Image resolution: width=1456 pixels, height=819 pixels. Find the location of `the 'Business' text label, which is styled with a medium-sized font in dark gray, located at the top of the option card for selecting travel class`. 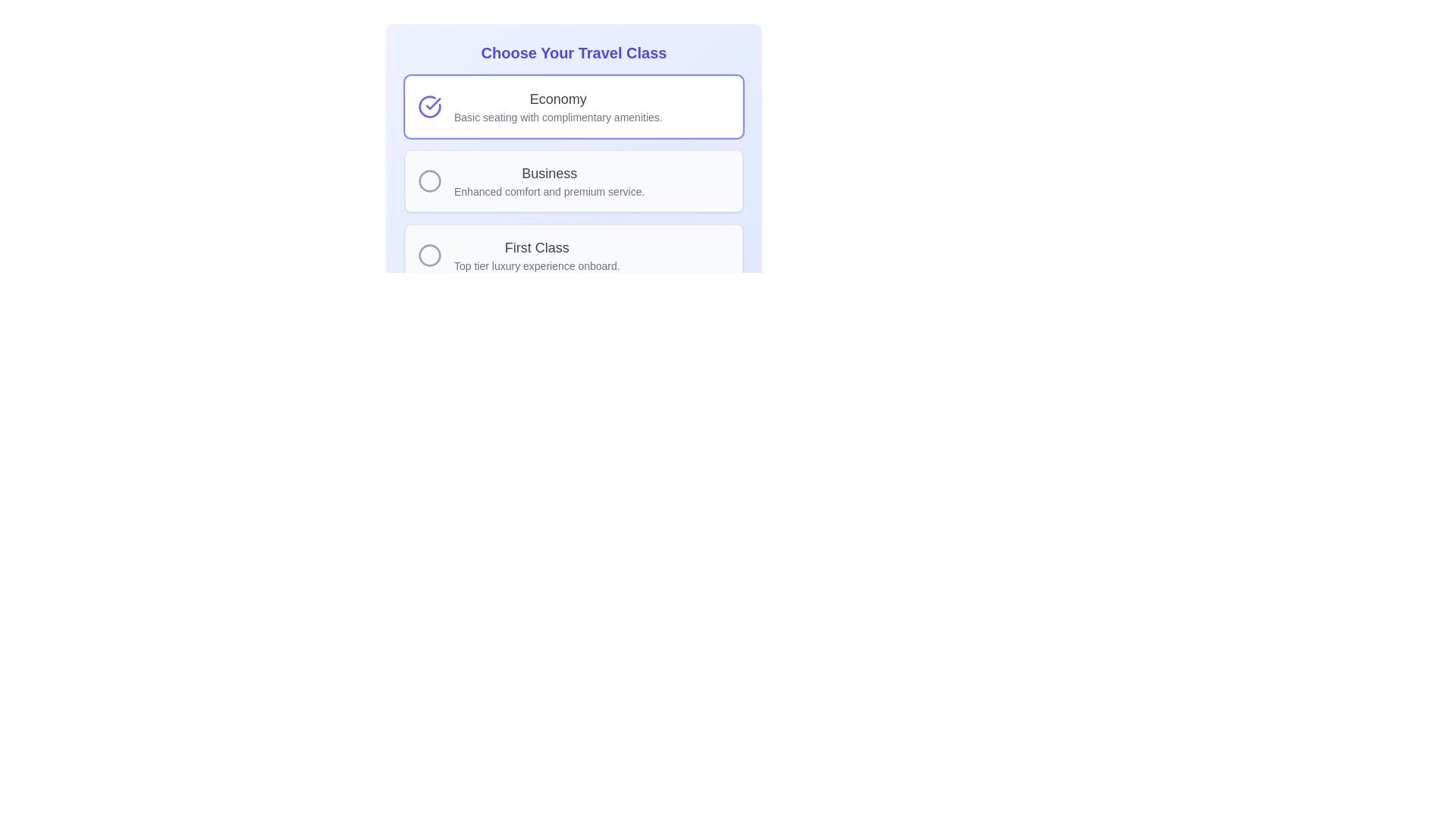

the 'Business' text label, which is styled with a medium-sized font in dark gray, located at the top of the option card for selecting travel class is located at coordinates (548, 172).